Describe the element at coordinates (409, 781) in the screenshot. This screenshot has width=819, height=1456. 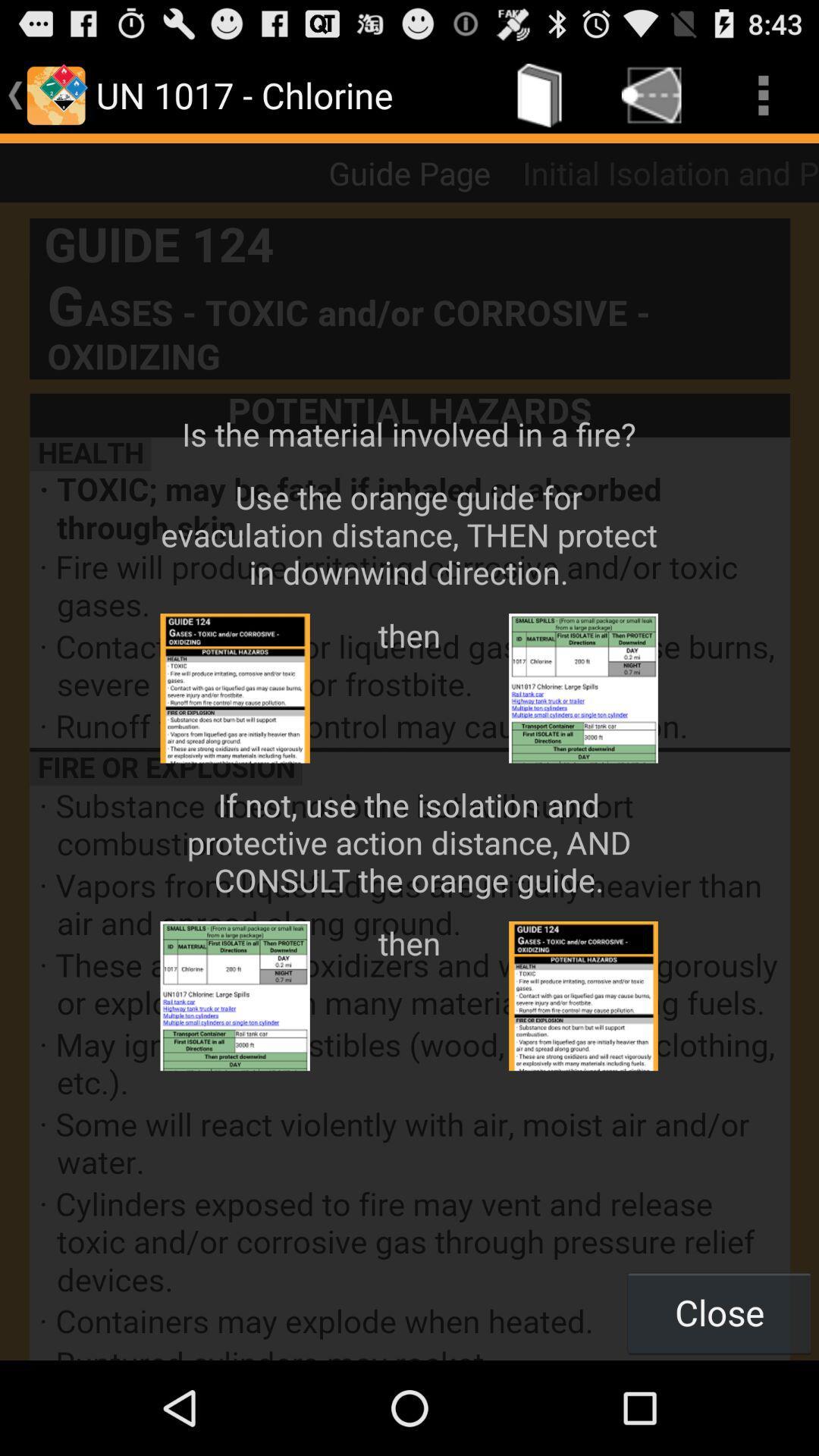
I see `full page` at that location.